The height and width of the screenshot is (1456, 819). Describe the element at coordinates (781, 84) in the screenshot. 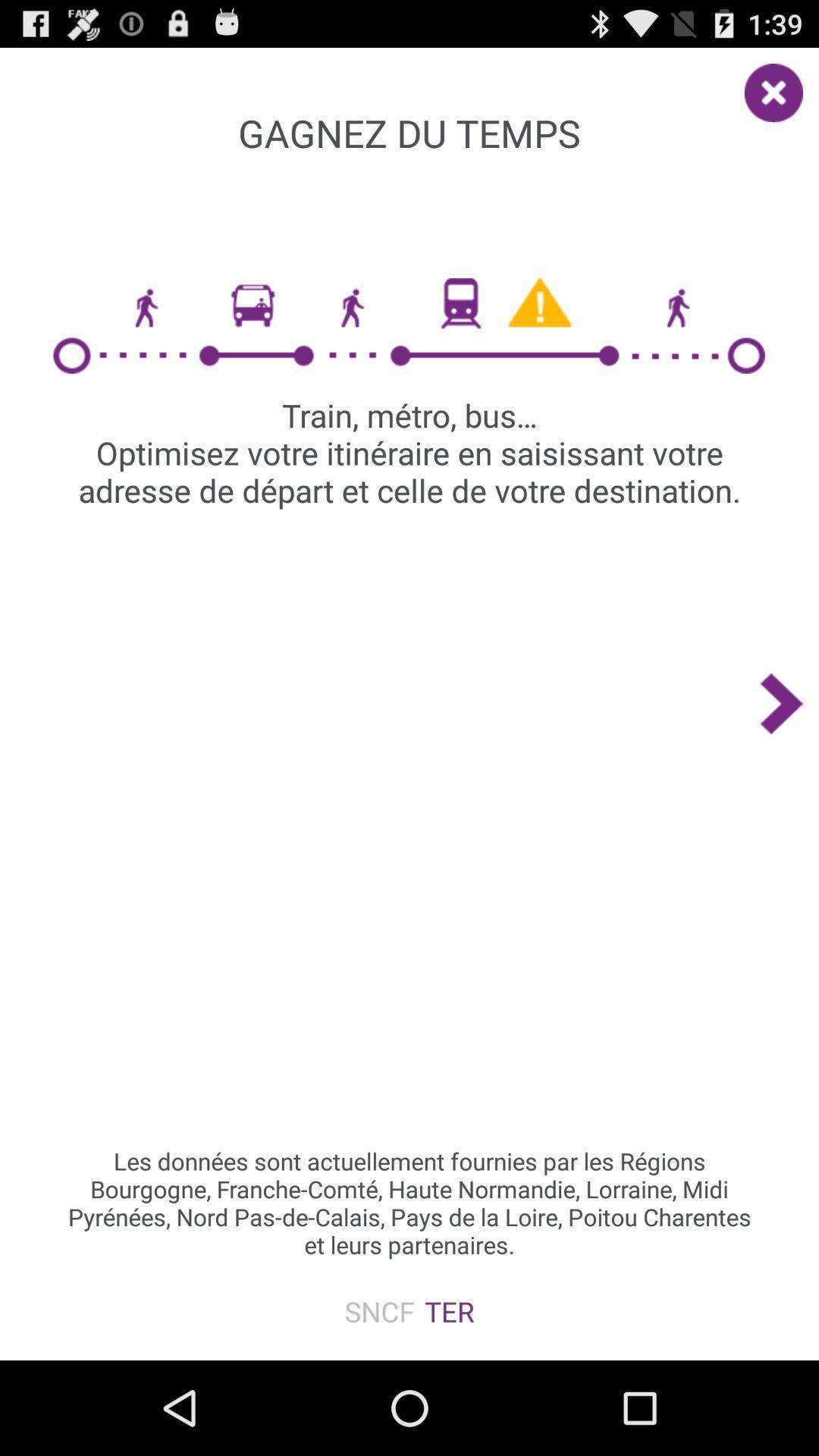

I see `the item to the right of the gagnez du temps app` at that location.